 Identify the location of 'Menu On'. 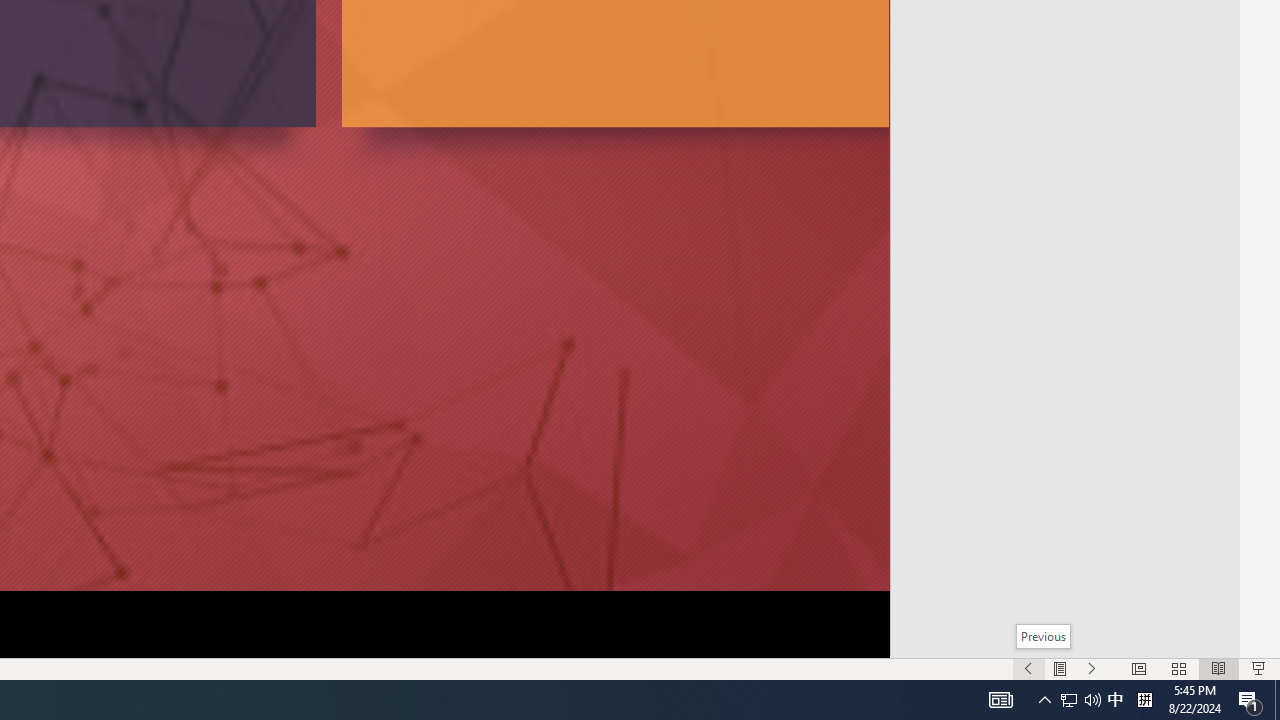
(1059, 669).